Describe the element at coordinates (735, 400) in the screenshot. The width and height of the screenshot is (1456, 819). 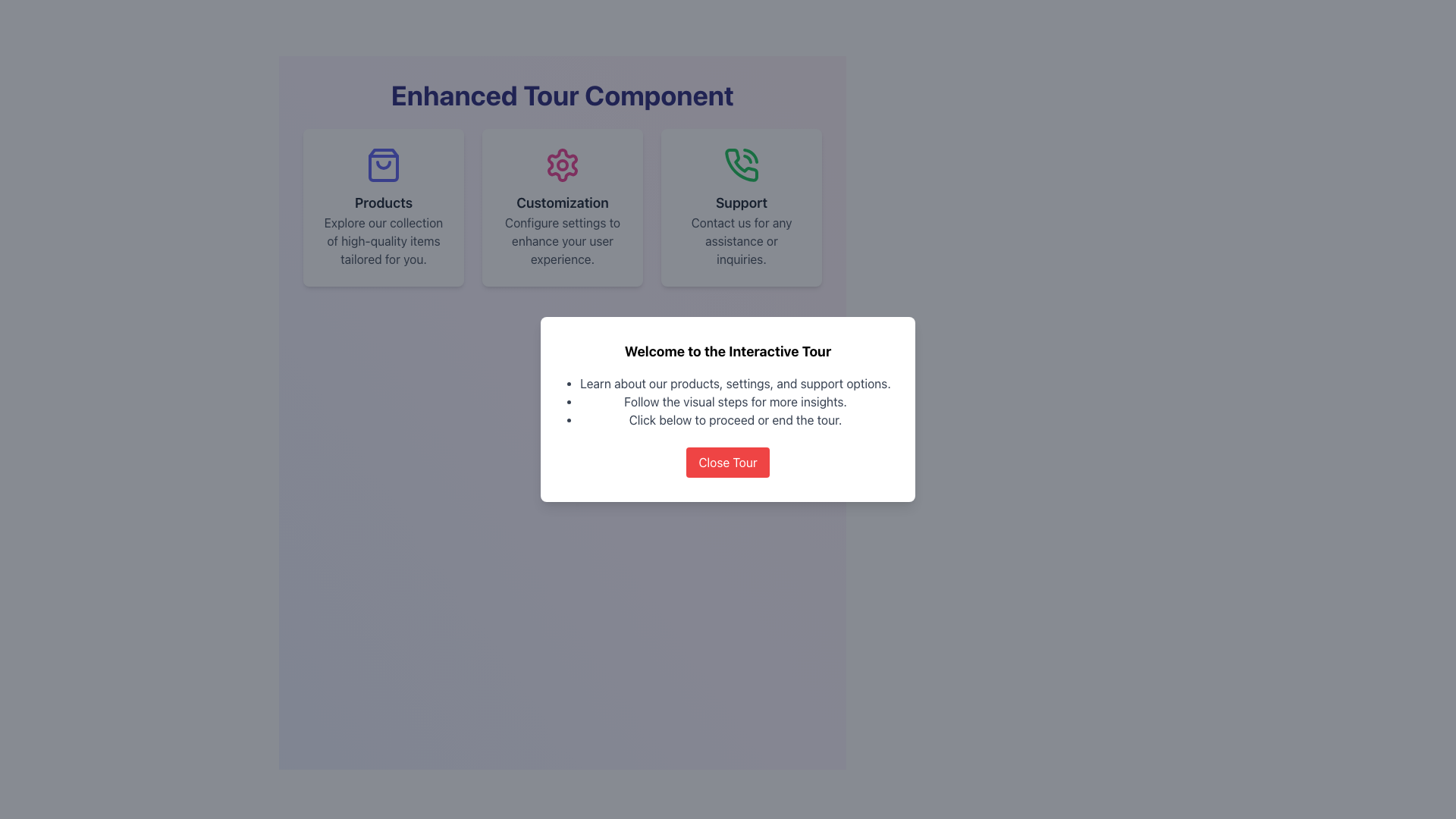
I see `the text element displaying 'Follow the visual steps for more insights.' which is the second item in a bulleted list within a white, rounded-rectangular panel` at that location.